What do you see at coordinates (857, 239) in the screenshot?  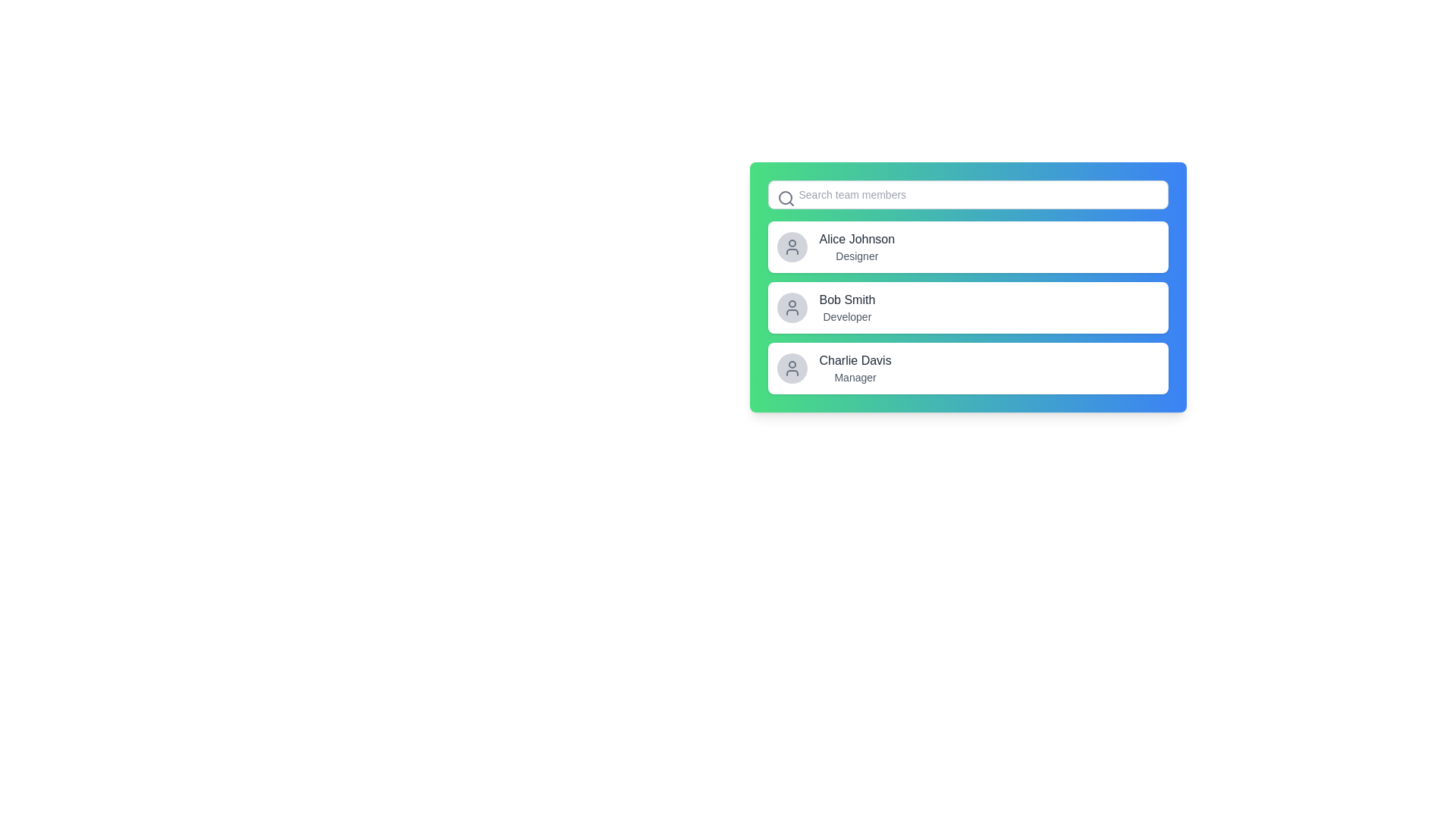 I see `text content of the label displaying 'Alice Johnson', the first entry in the vertical list of team members` at bounding box center [857, 239].